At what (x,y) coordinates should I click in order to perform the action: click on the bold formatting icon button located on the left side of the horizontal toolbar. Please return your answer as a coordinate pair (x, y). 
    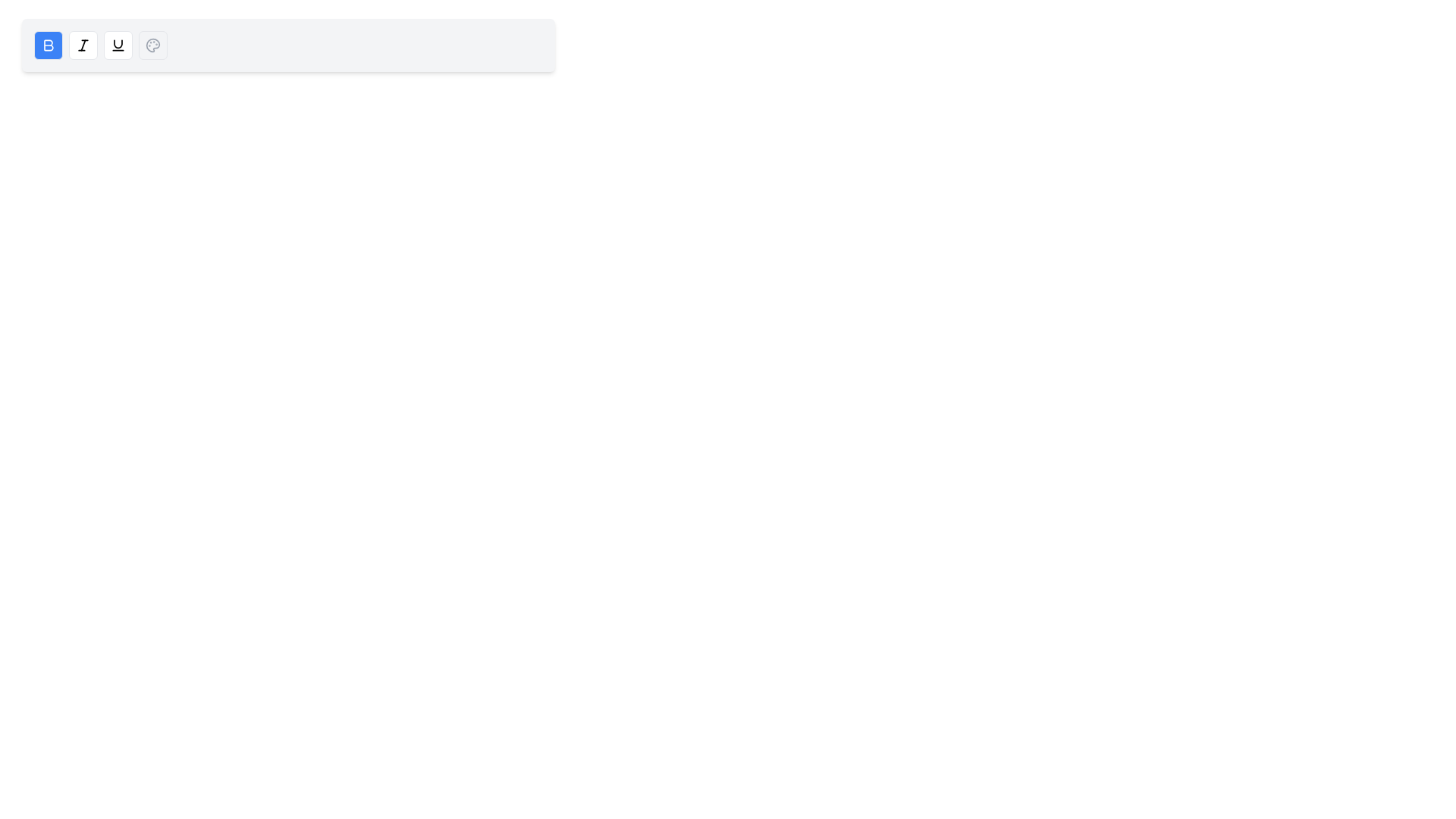
    Looking at the image, I should click on (48, 45).